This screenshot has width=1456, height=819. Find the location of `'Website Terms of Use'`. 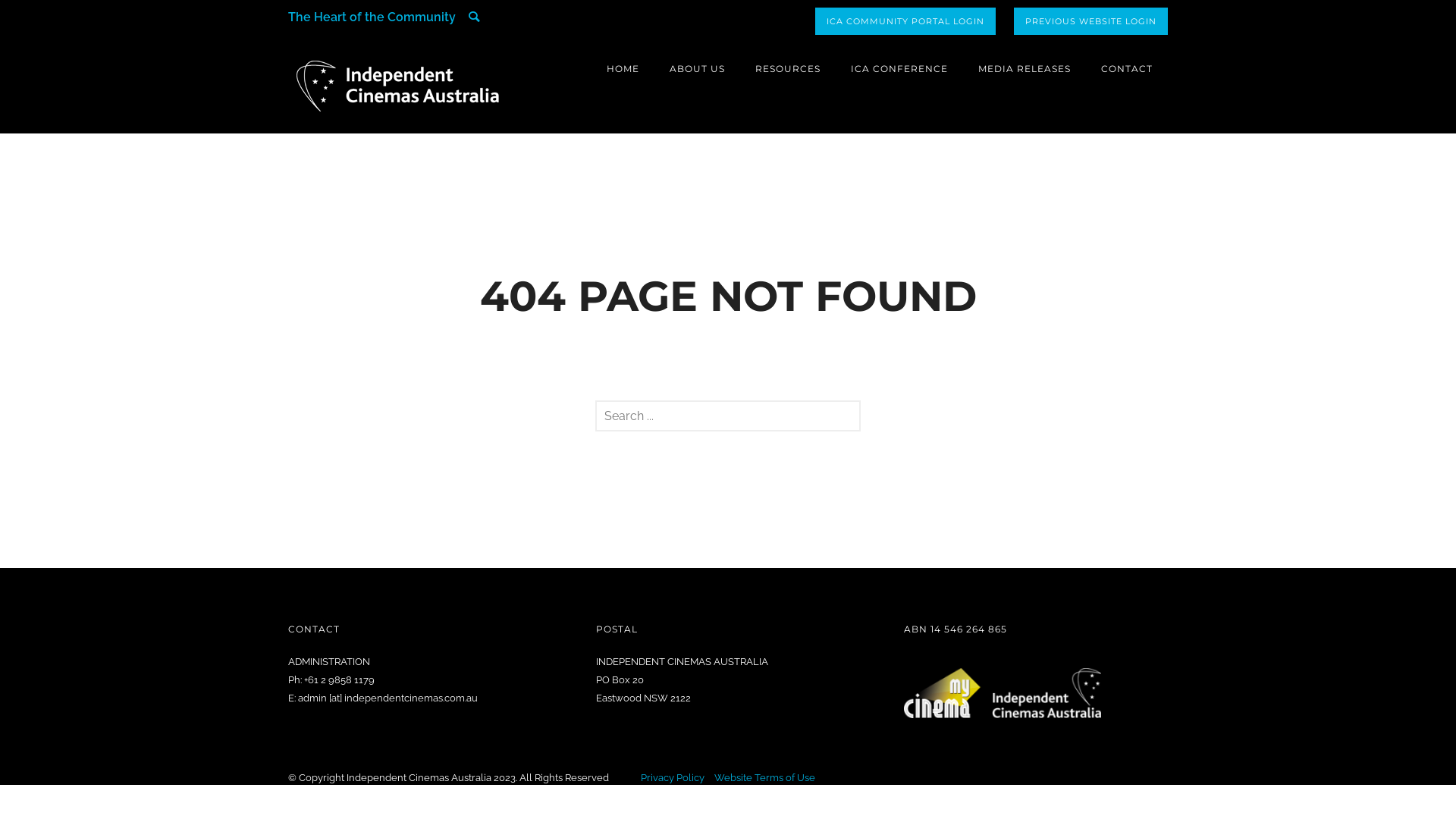

'Website Terms of Use' is located at coordinates (764, 777).